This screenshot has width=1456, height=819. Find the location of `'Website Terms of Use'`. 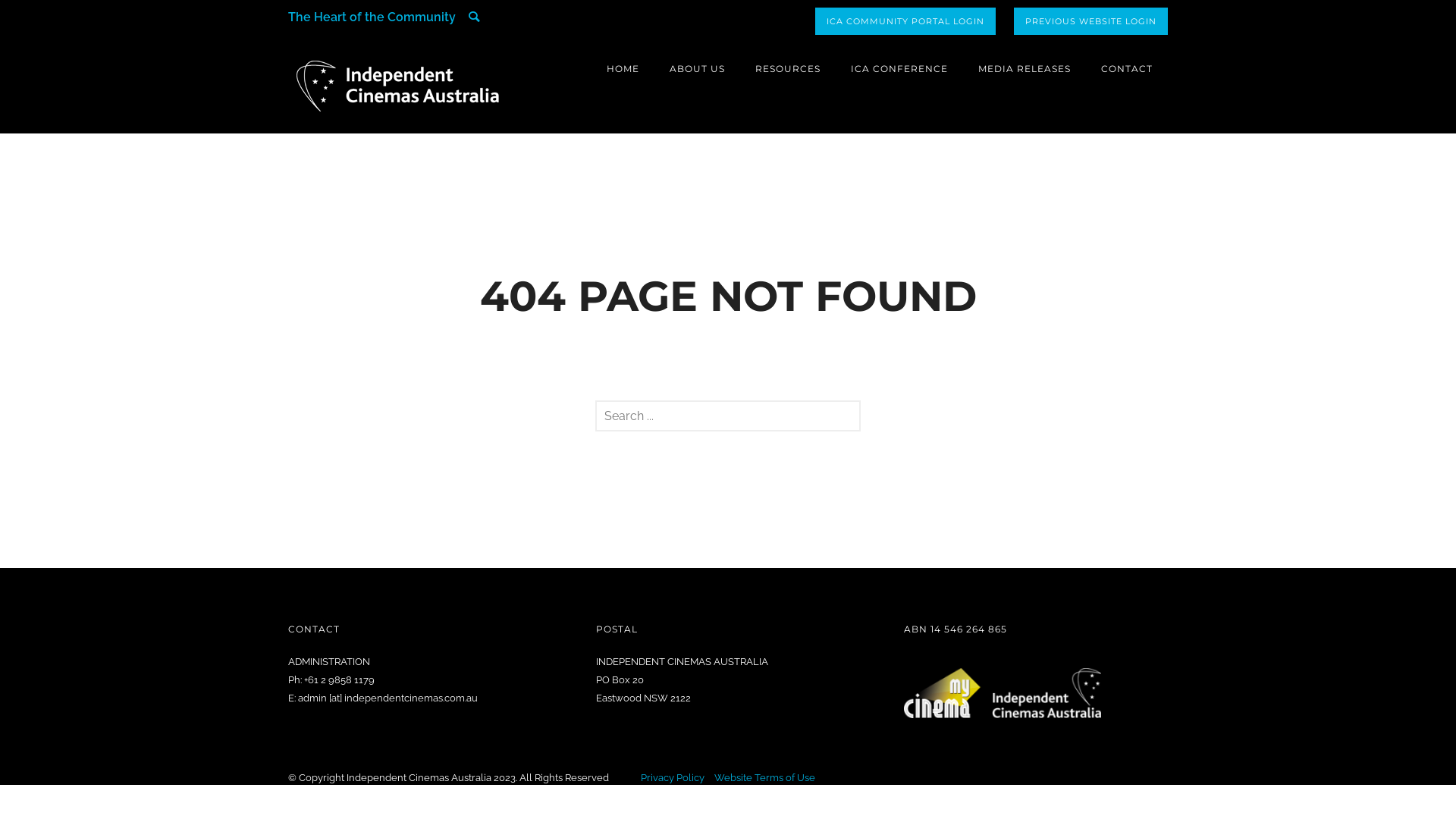

'Website Terms of Use' is located at coordinates (764, 777).